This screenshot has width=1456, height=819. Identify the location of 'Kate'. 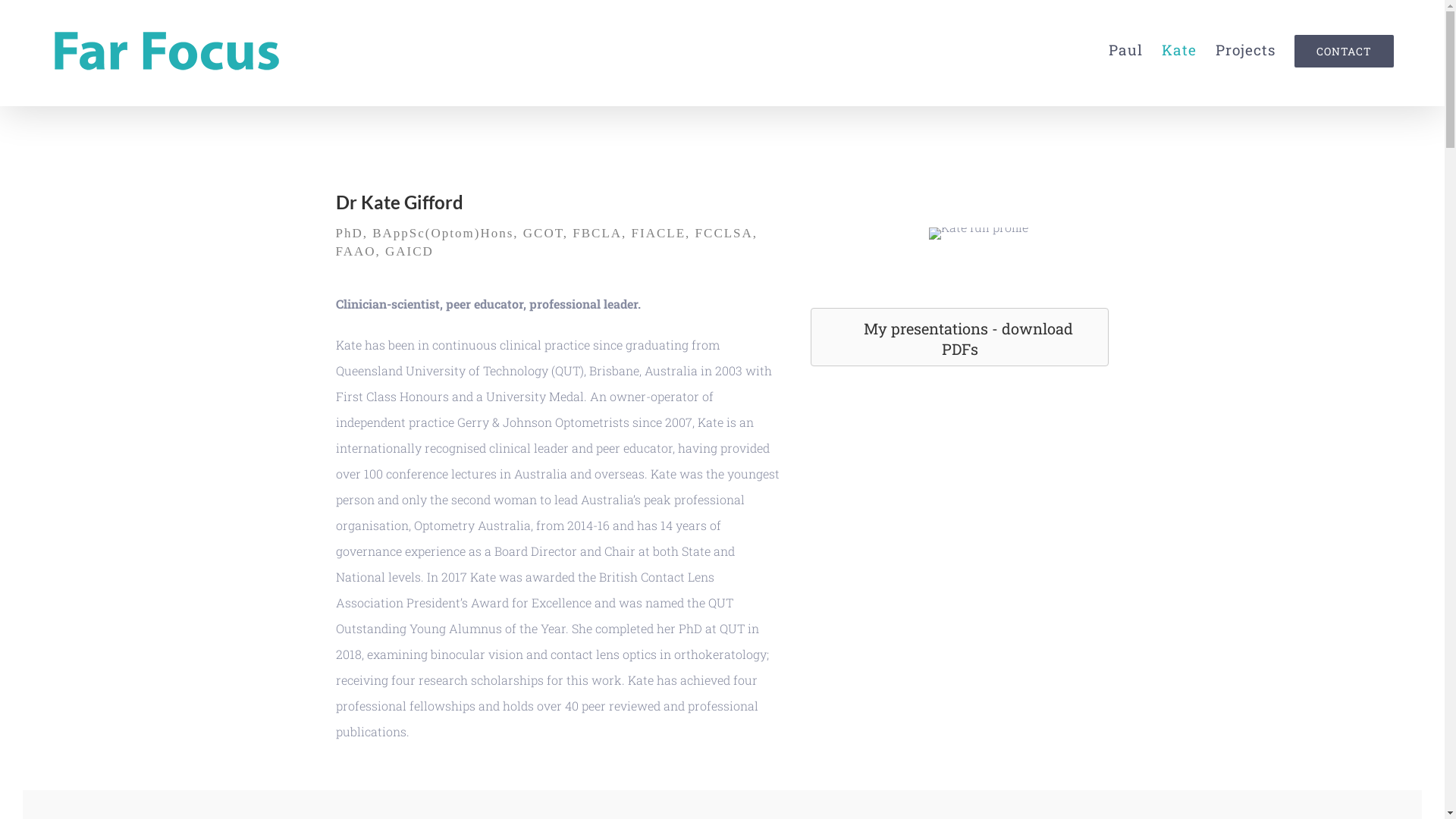
(1178, 49).